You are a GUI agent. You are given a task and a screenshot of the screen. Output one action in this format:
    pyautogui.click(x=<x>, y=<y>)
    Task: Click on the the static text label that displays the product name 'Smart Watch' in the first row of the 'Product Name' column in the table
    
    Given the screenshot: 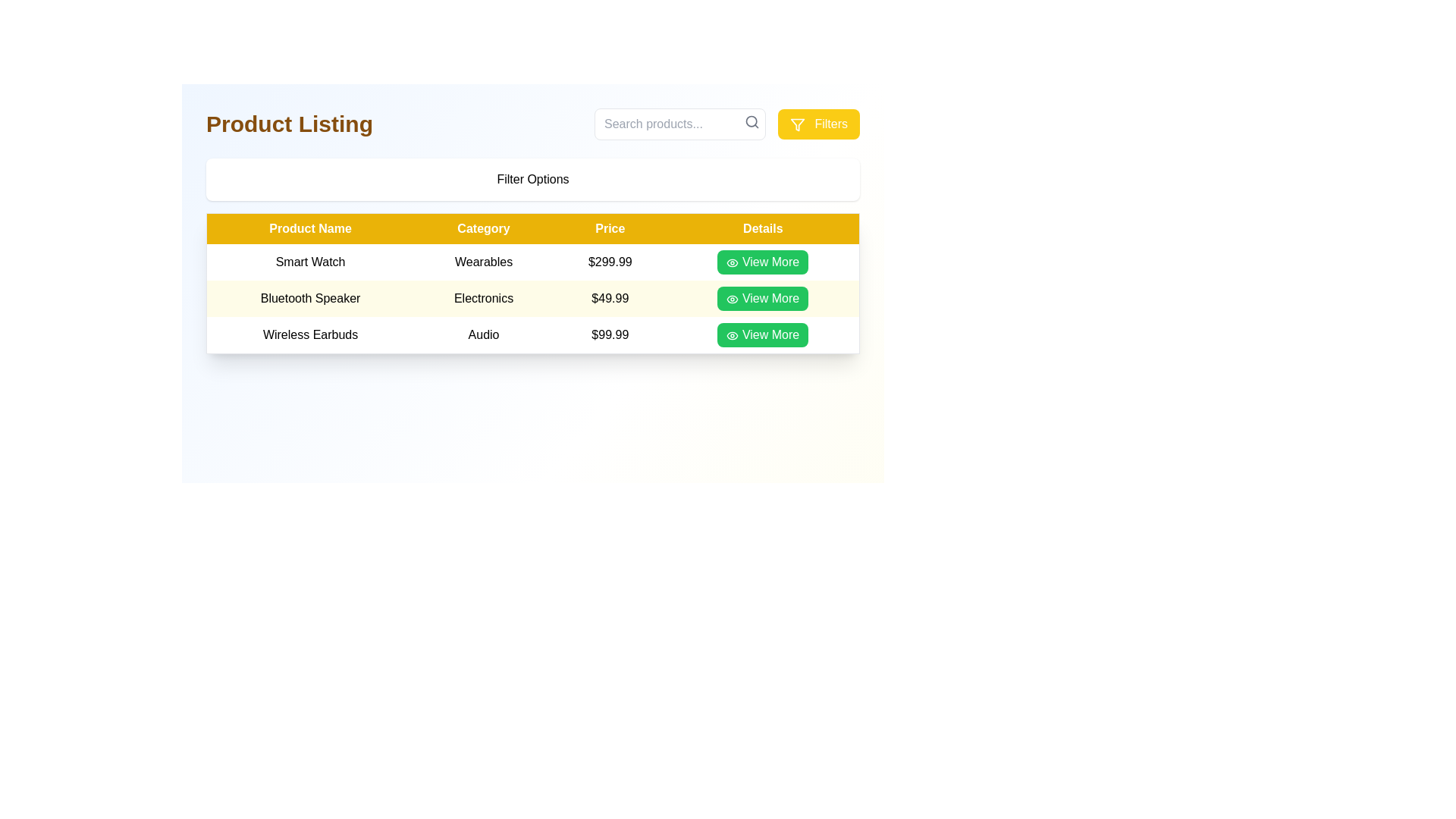 What is the action you would take?
    pyautogui.click(x=309, y=262)
    